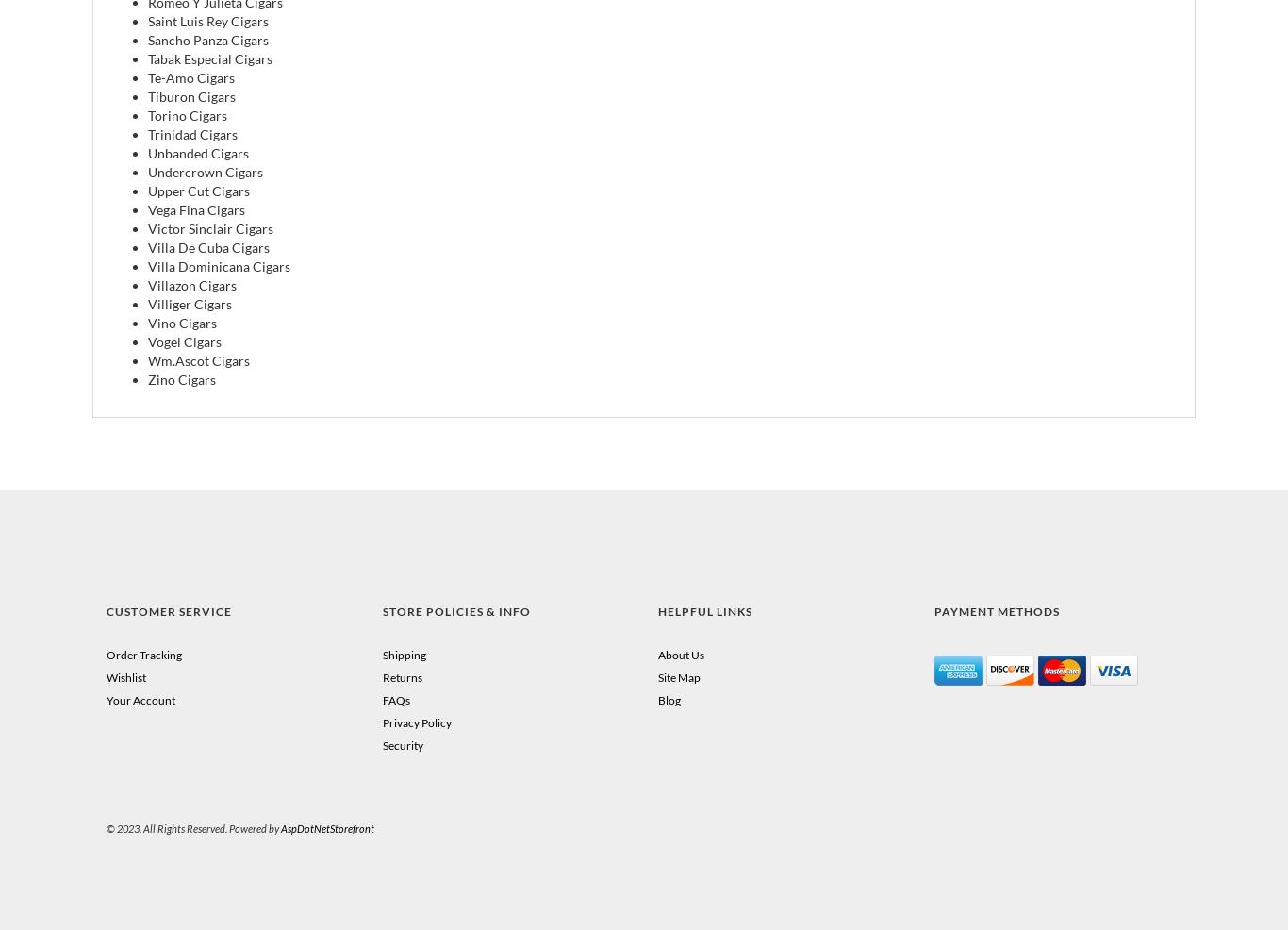 The image size is (1288, 930). I want to click on 'Helpful Links', so click(705, 610).